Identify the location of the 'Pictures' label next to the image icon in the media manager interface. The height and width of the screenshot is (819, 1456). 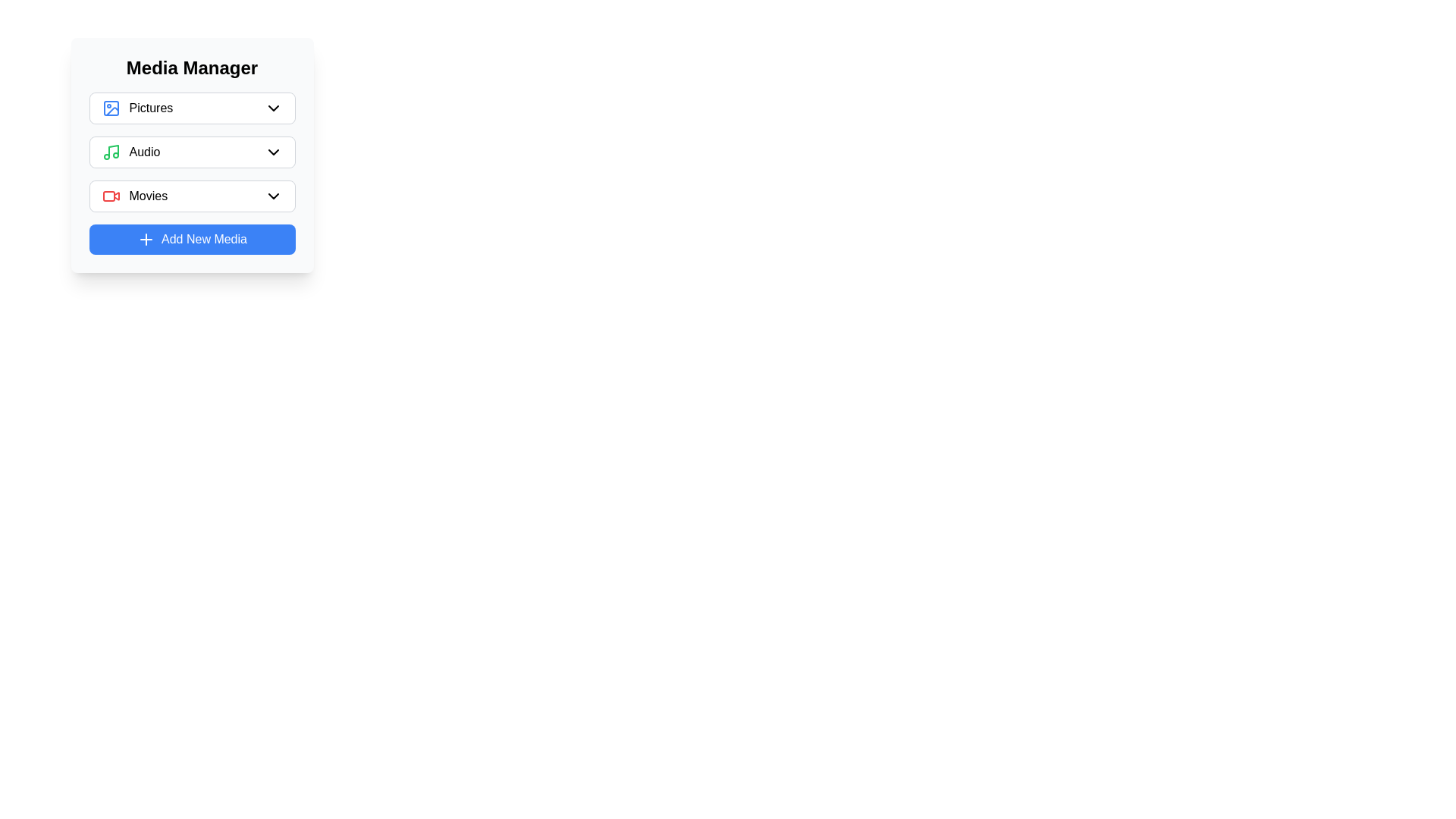
(137, 107).